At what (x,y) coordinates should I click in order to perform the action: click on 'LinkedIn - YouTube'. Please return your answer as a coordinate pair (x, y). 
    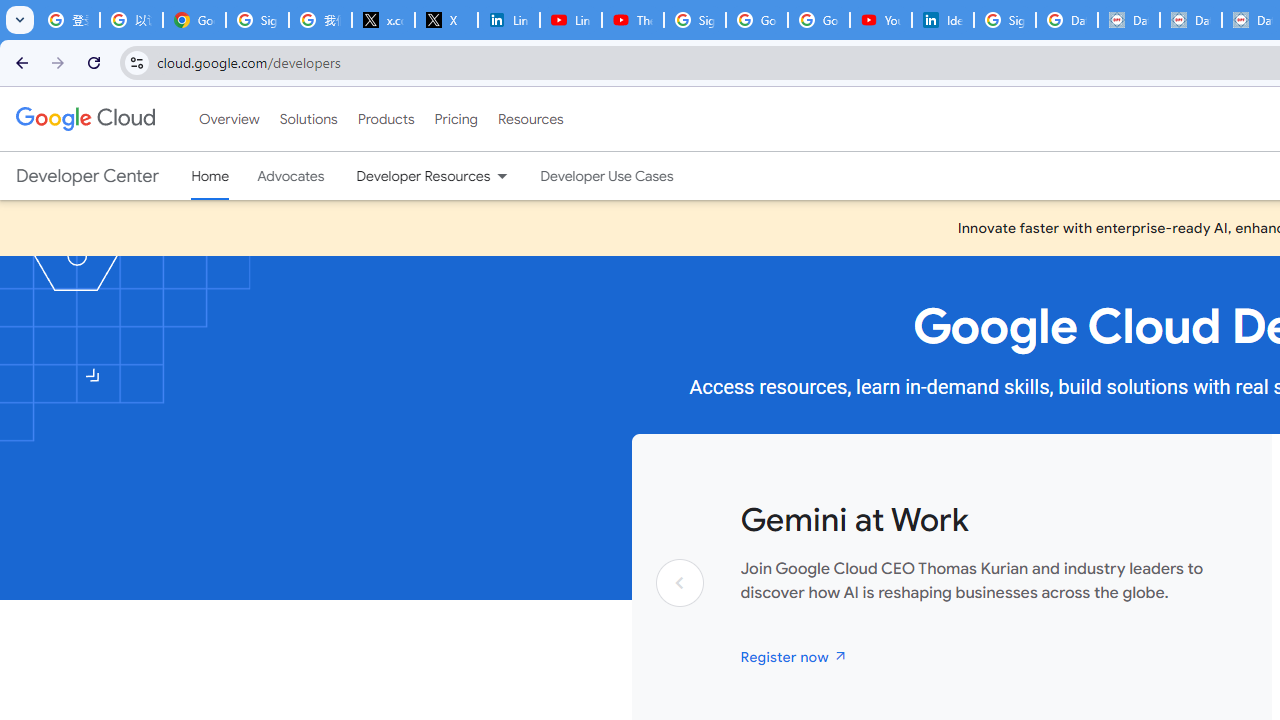
    Looking at the image, I should click on (569, 20).